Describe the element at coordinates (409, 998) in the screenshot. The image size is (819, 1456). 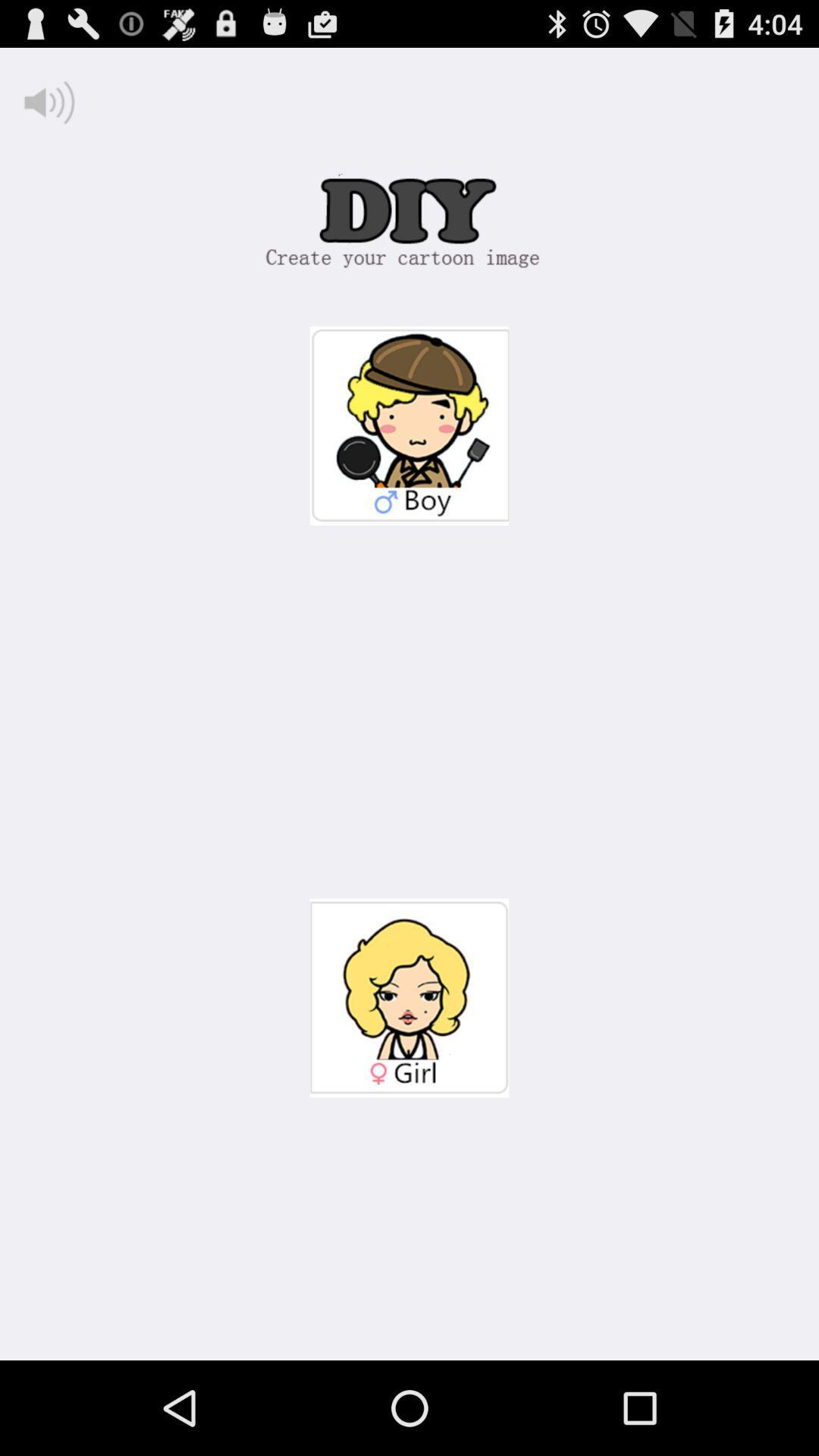
I see `female` at that location.